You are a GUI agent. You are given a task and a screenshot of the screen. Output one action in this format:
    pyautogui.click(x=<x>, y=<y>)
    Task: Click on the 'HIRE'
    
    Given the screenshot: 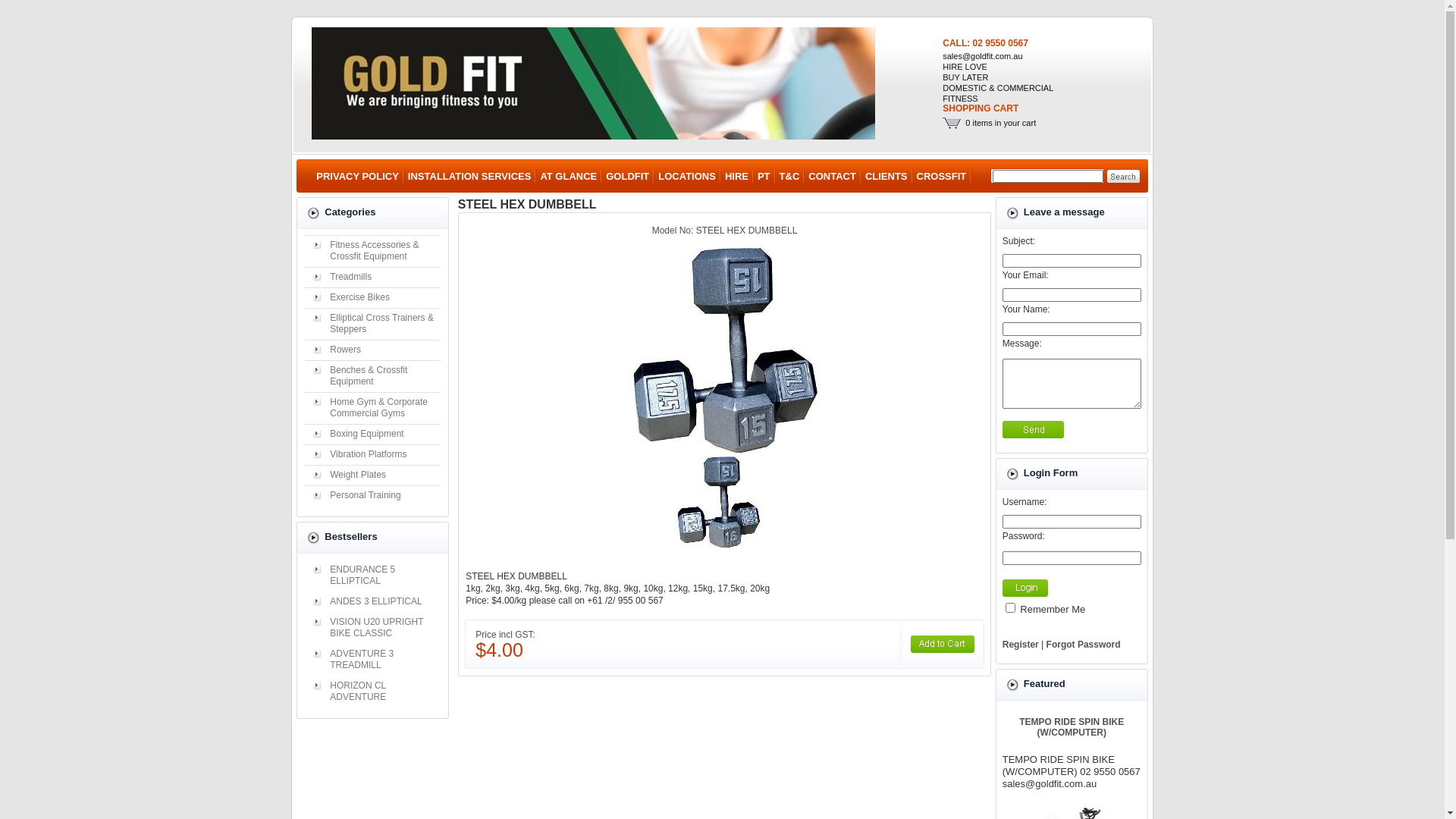 What is the action you would take?
    pyautogui.click(x=723, y=174)
    